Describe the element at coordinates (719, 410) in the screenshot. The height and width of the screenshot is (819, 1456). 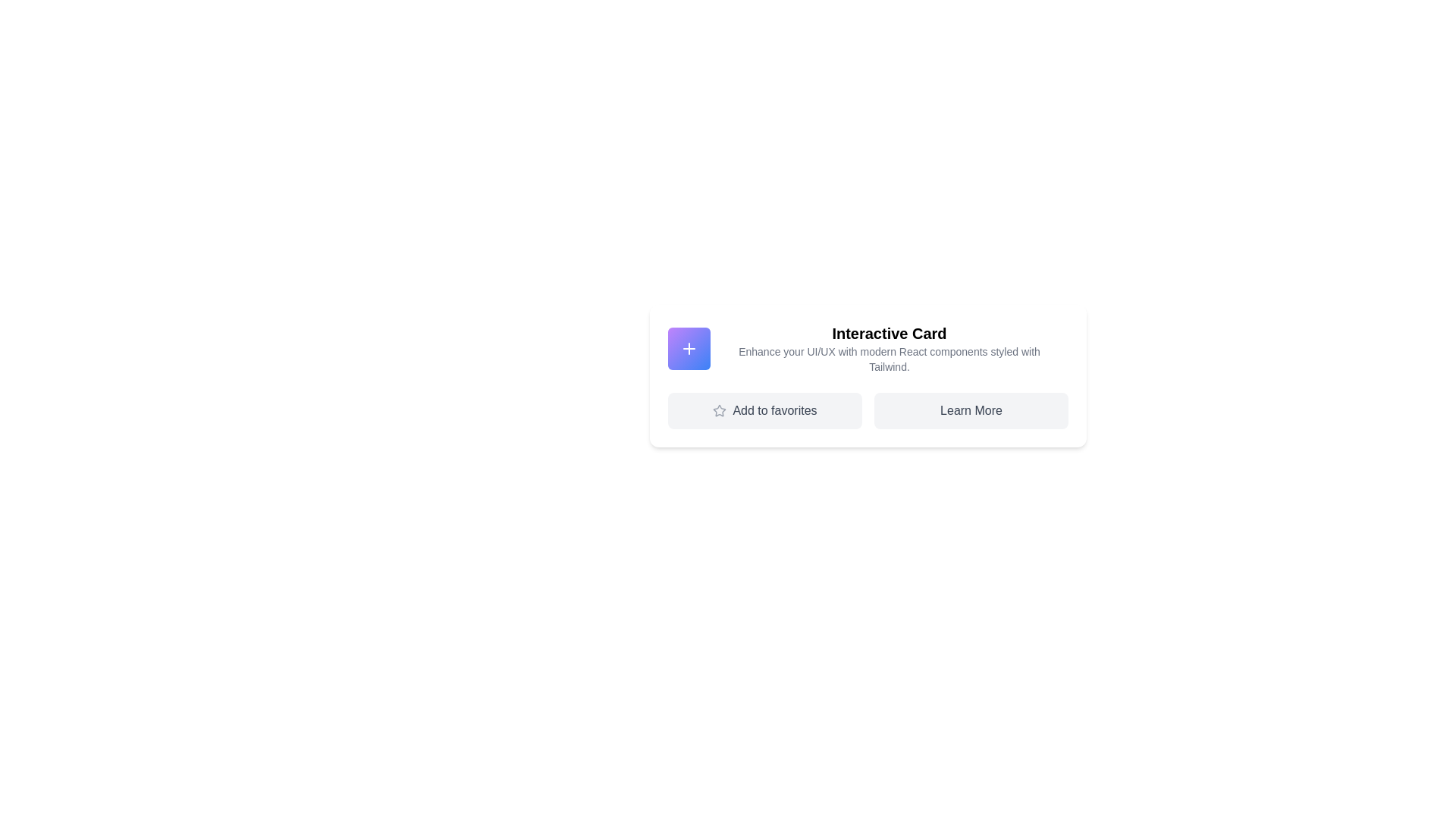
I see `the 'Add to favorites' SVG Icon located near the left section of the button` at that location.